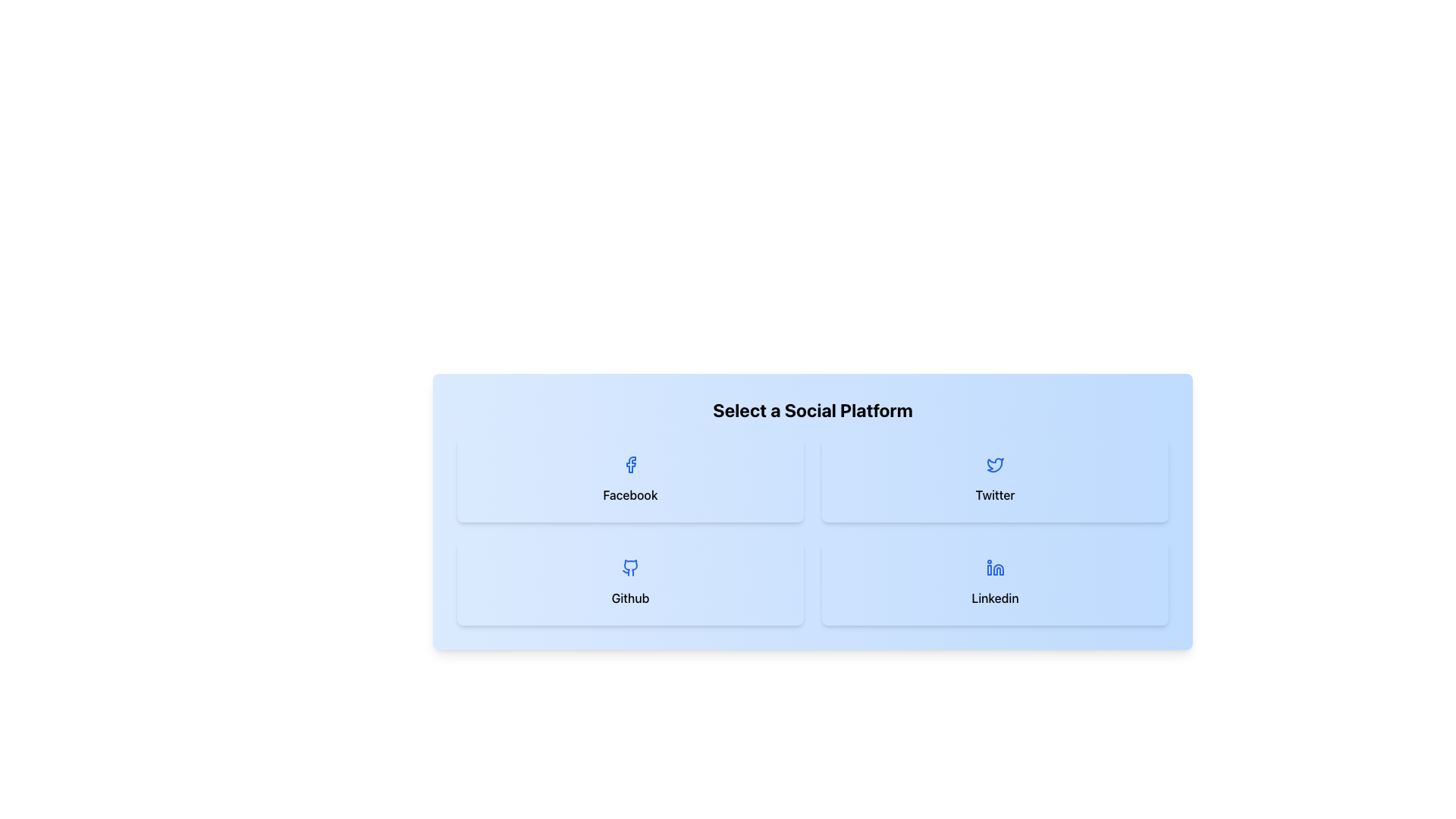 Image resolution: width=1456 pixels, height=819 pixels. What do you see at coordinates (630, 567) in the screenshot?
I see `the blue GitHub icon, which is an outline of a cat, located centrally within a rectangular button with a light blue background in the second row, first column of social platform options` at bounding box center [630, 567].